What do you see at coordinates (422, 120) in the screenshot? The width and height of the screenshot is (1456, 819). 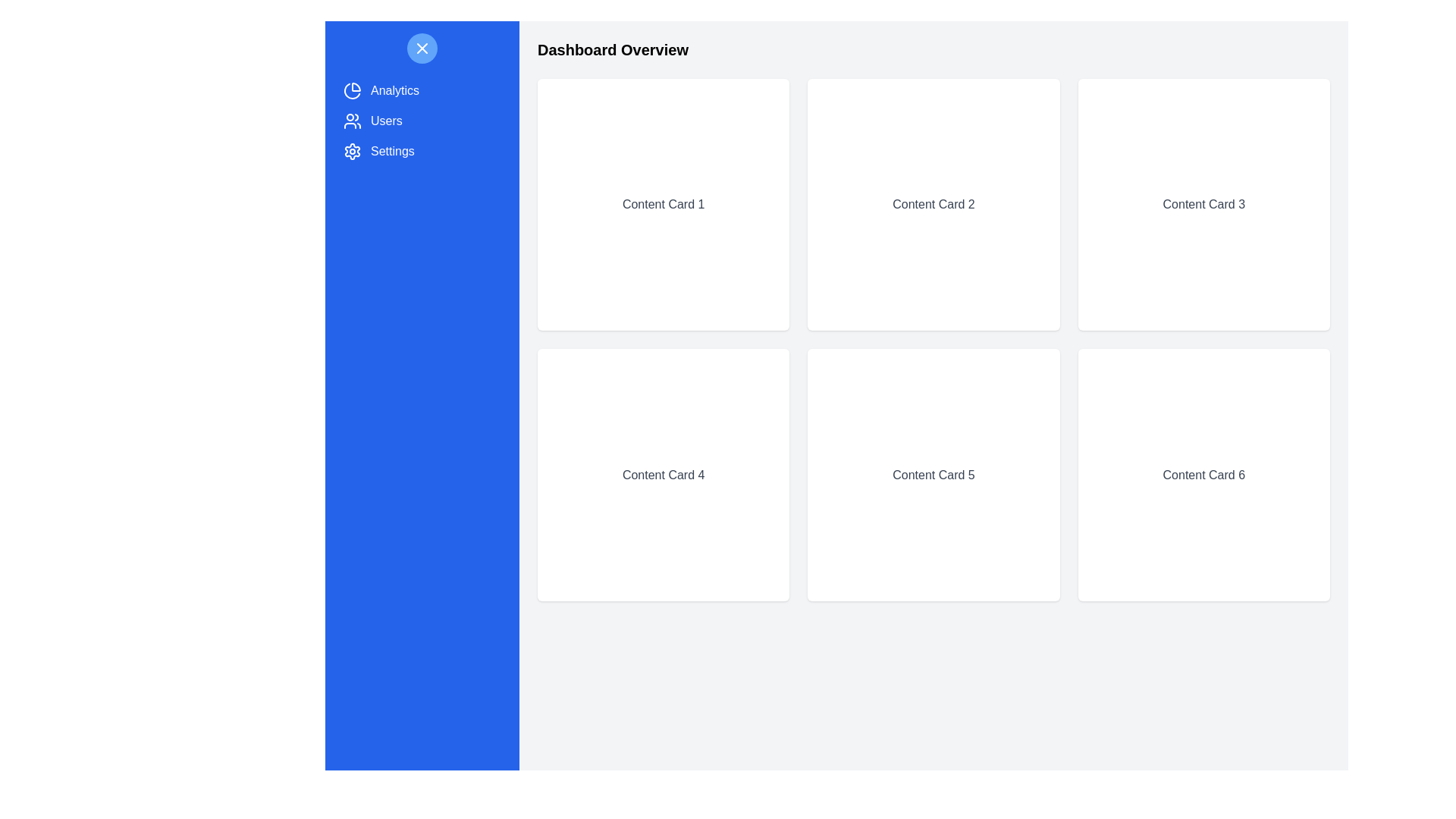 I see `the Users section in the navigation drawer` at bounding box center [422, 120].